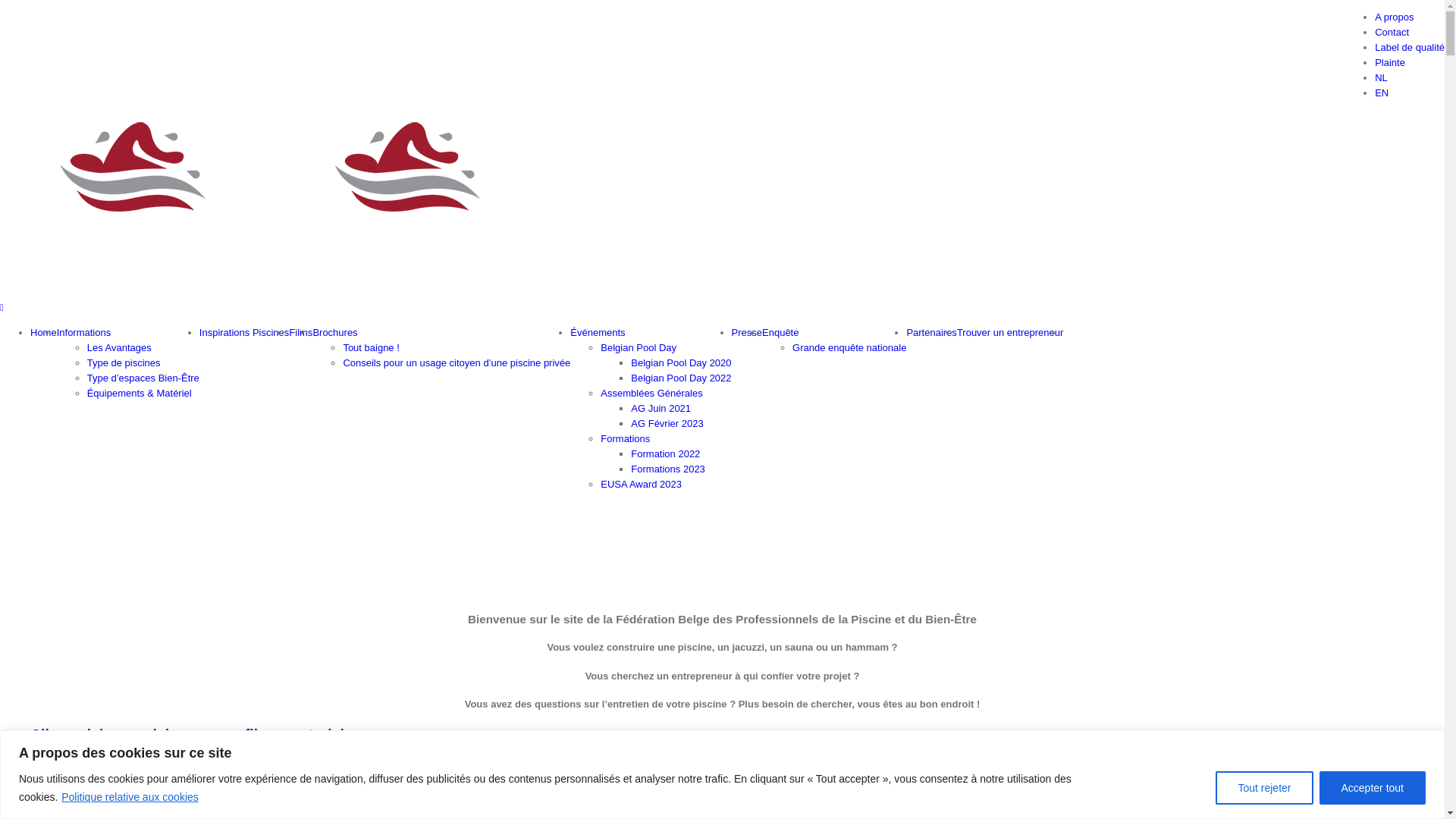  What do you see at coordinates (57, 331) in the screenshot?
I see `'Informations'` at bounding box center [57, 331].